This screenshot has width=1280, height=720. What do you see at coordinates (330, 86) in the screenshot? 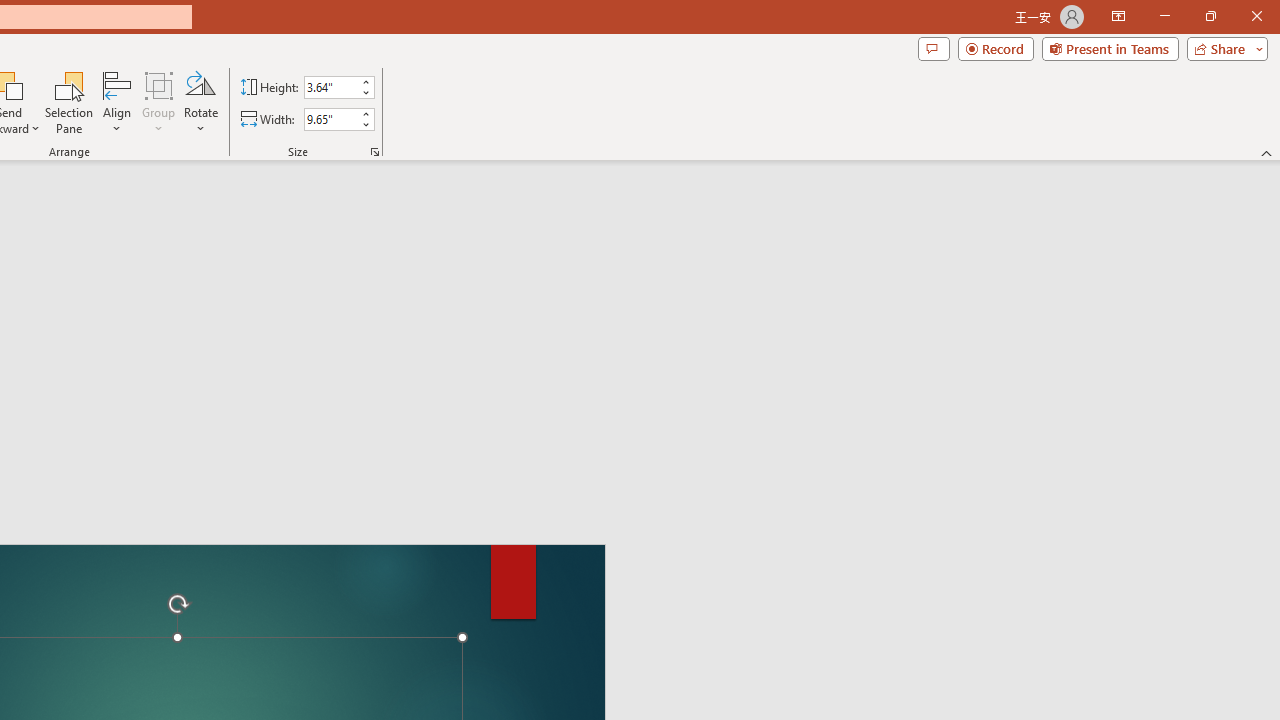
I see `'Shape Height'` at bounding box center [330, 86].